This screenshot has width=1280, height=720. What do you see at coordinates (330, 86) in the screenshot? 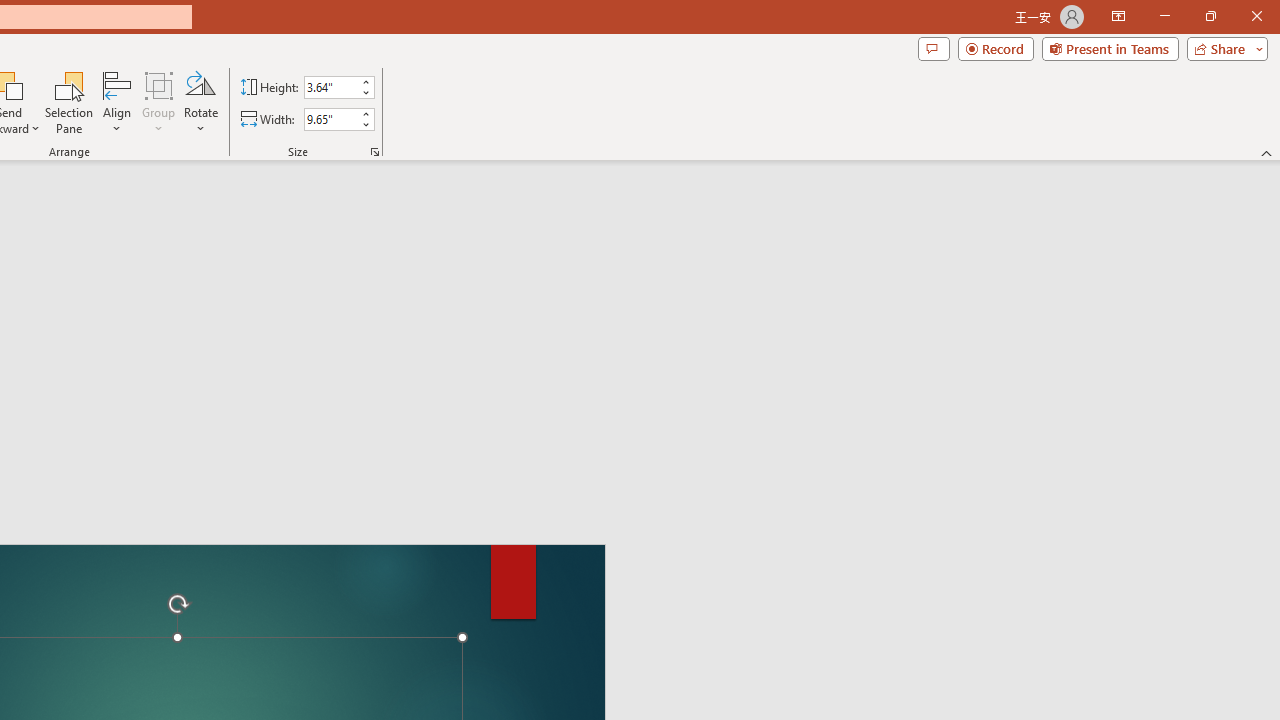
I see `'Shape Height'` at bounding box center [330, 86].